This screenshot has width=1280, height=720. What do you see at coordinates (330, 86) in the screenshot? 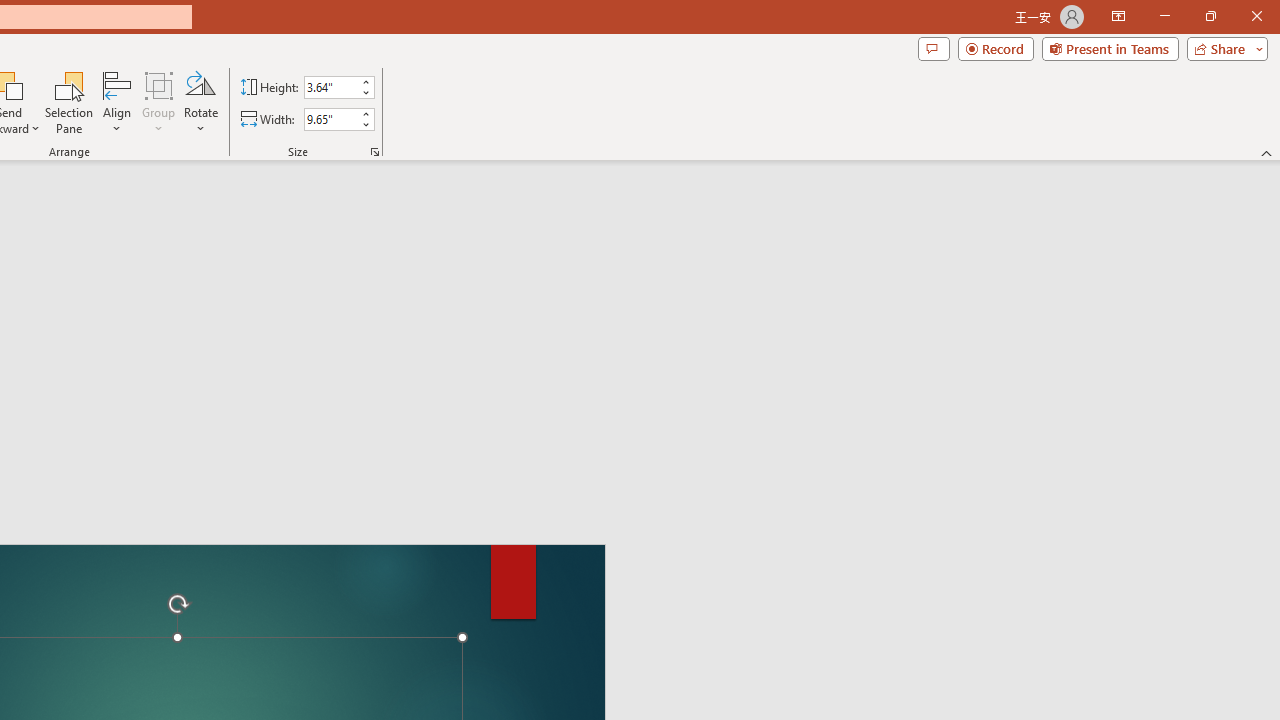
I see `'Shape Height'` at bounding box center [330, 86].